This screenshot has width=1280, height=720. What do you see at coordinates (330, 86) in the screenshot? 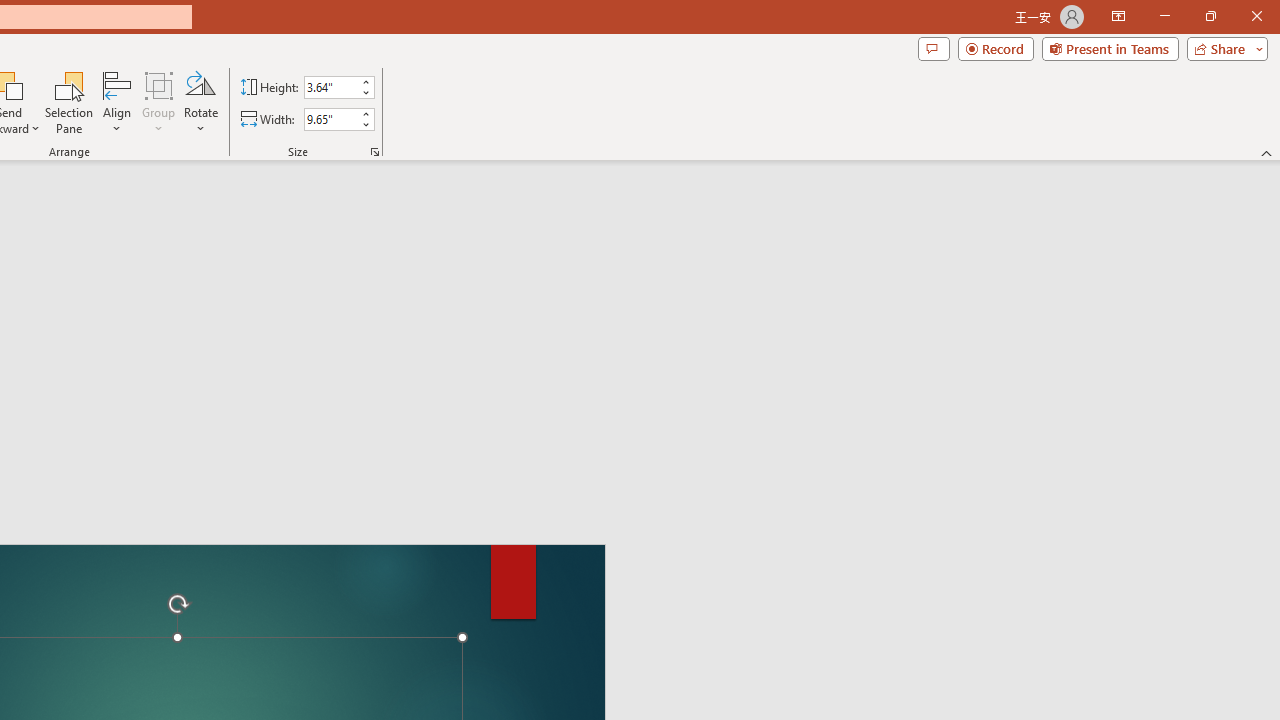
I see `'Shape Height'` at bounding box center [330, 86].